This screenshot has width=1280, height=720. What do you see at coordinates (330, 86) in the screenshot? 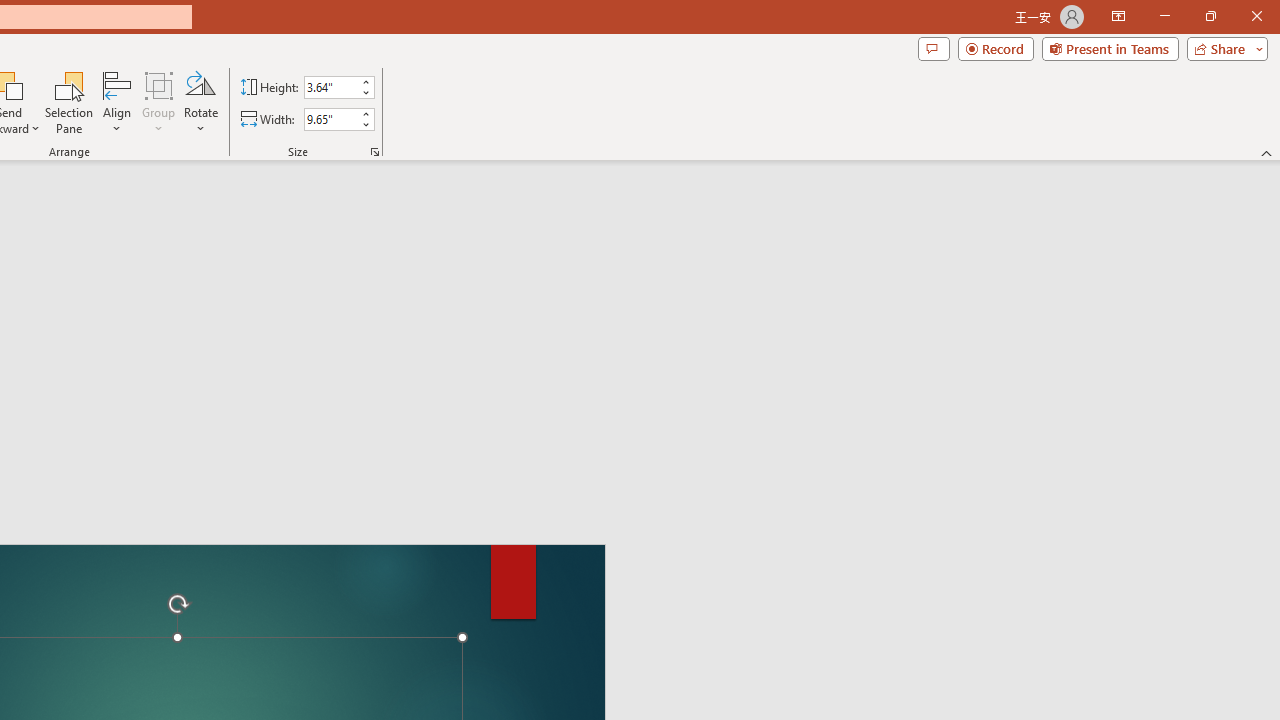
I see `'Shape Height'` at bounding box center [330, 86].